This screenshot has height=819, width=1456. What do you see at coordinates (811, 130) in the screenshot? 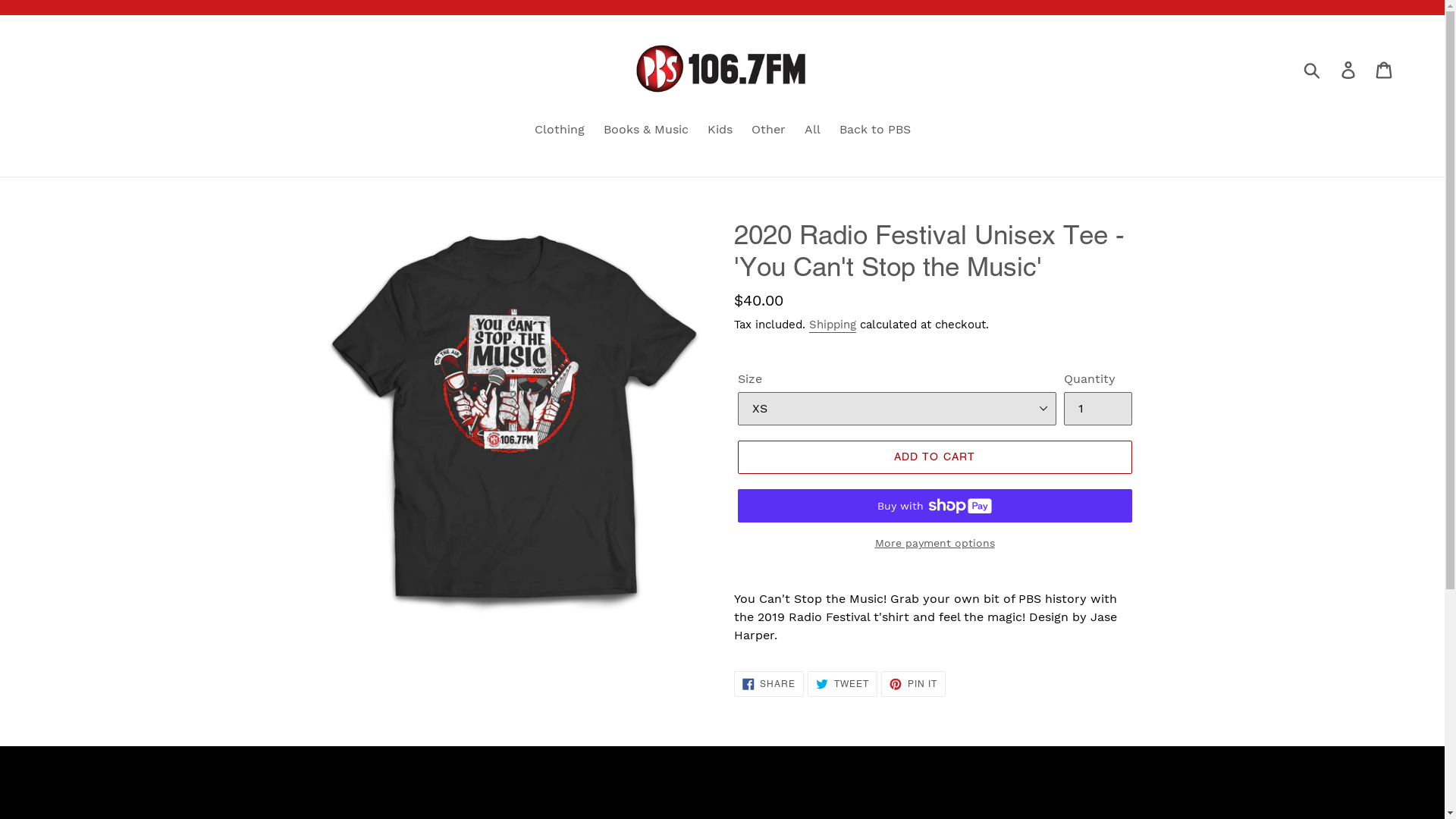
I see `'All'` at bounding box center [811, 130].